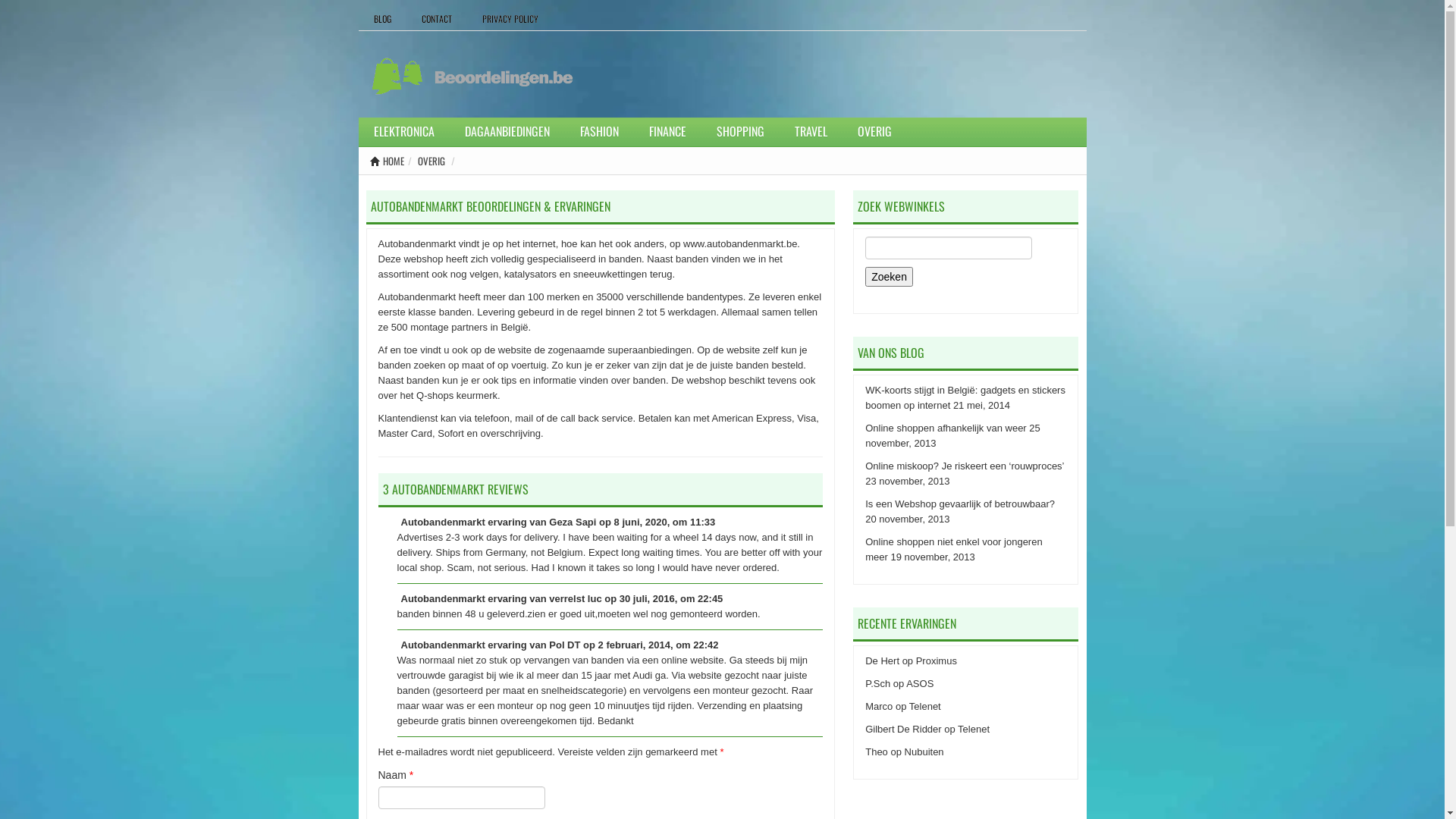 The width and height of the screenshot is (1456, 819). I want to click on 'HOME', so click(387, 161).